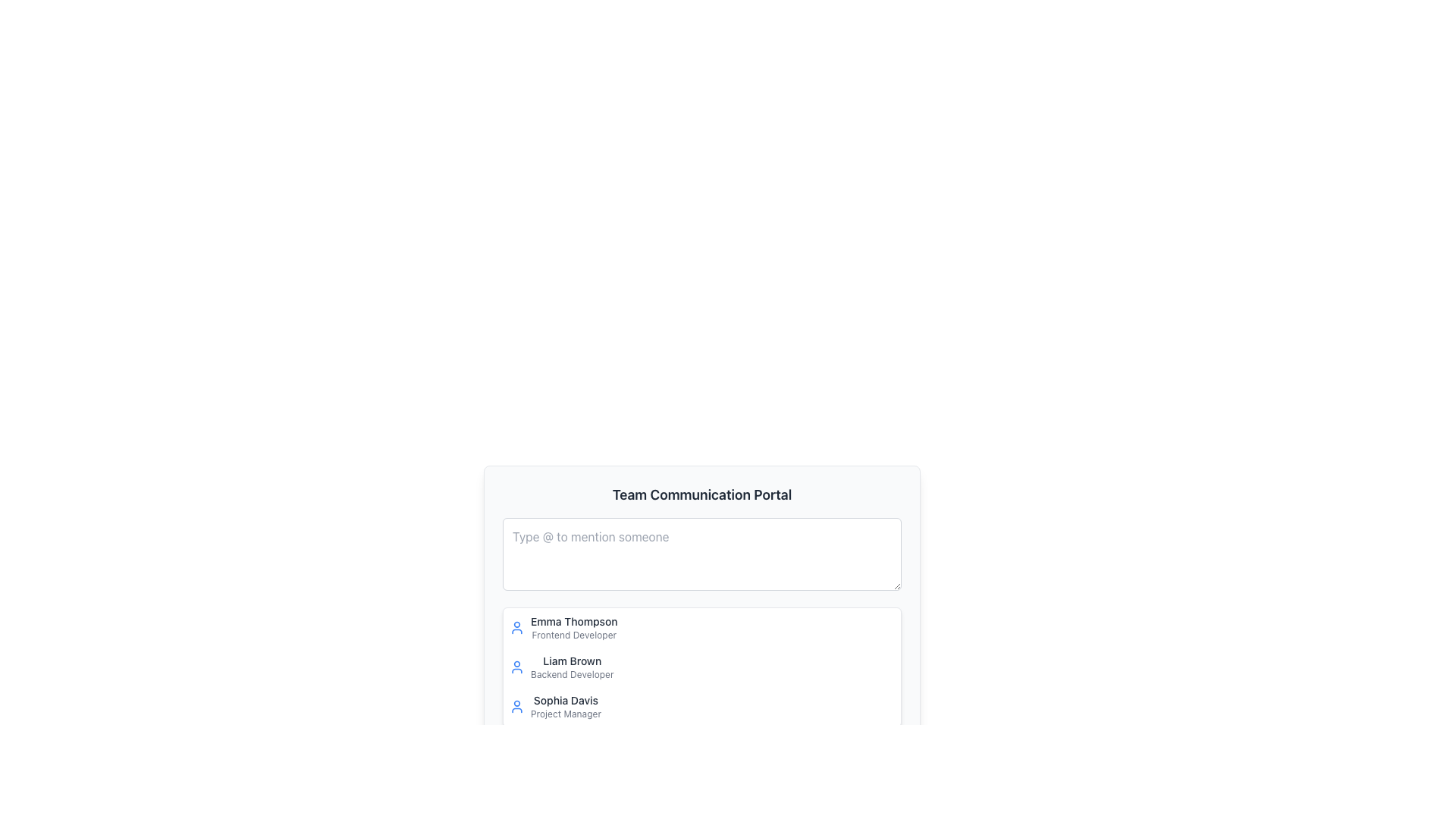 Image resolution: width=1456 pixels, height=819 pixels. What do you see at coordinates (516, 628) in the screenshot?
I see `the circular user avatar icon outlined in blue with a white background, featuring a simplified user silhouette, located to the left of the text 'Emma Thompson Frontend Developer' in the top-left area of the list item` at bounding box center [516, 628].